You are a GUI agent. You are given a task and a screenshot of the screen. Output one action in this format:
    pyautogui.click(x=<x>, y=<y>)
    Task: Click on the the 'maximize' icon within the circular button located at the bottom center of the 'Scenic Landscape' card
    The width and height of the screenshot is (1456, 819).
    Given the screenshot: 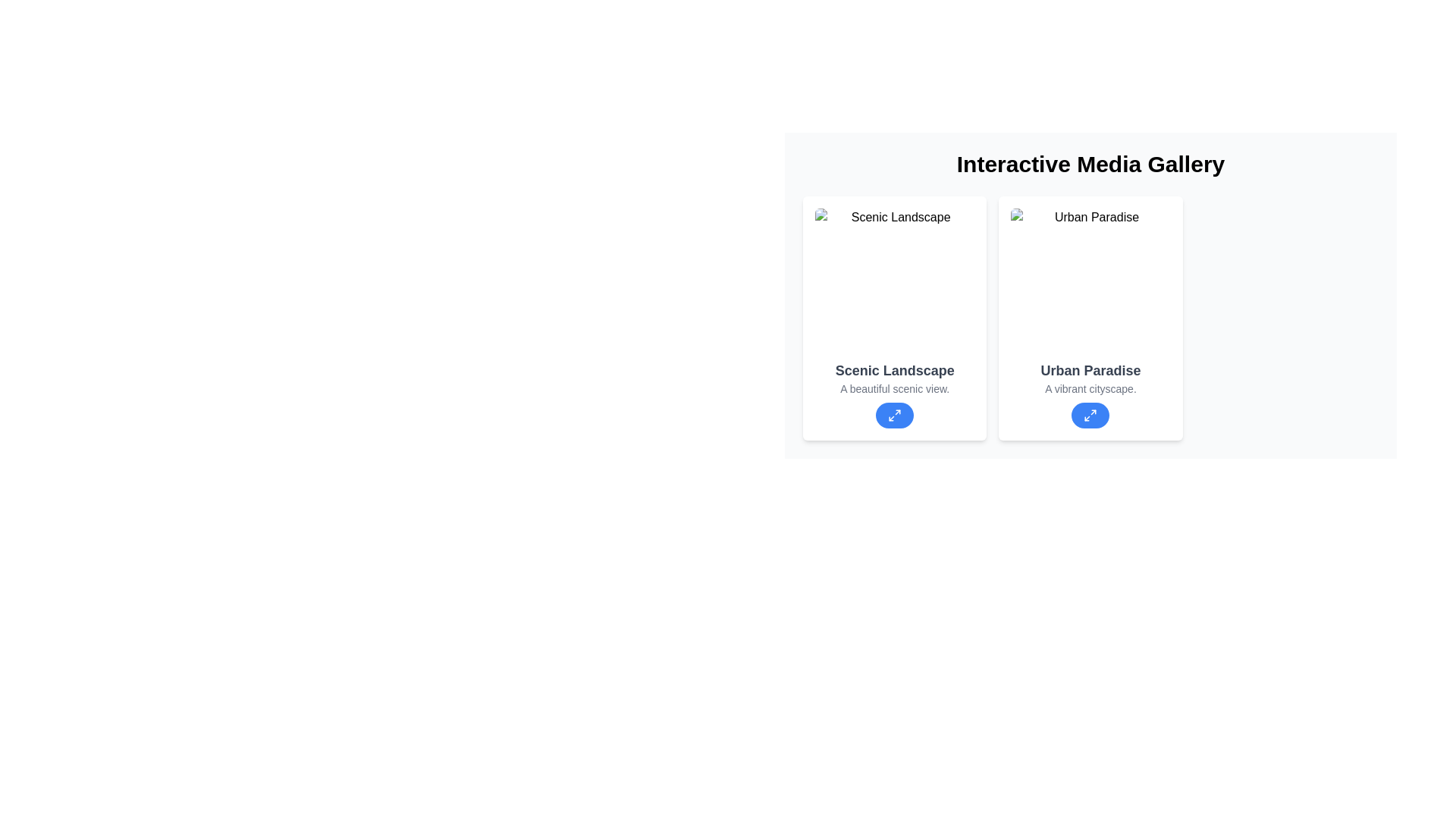 What is the action you would take?
    pyautogui.click(x=895, y=415)
    